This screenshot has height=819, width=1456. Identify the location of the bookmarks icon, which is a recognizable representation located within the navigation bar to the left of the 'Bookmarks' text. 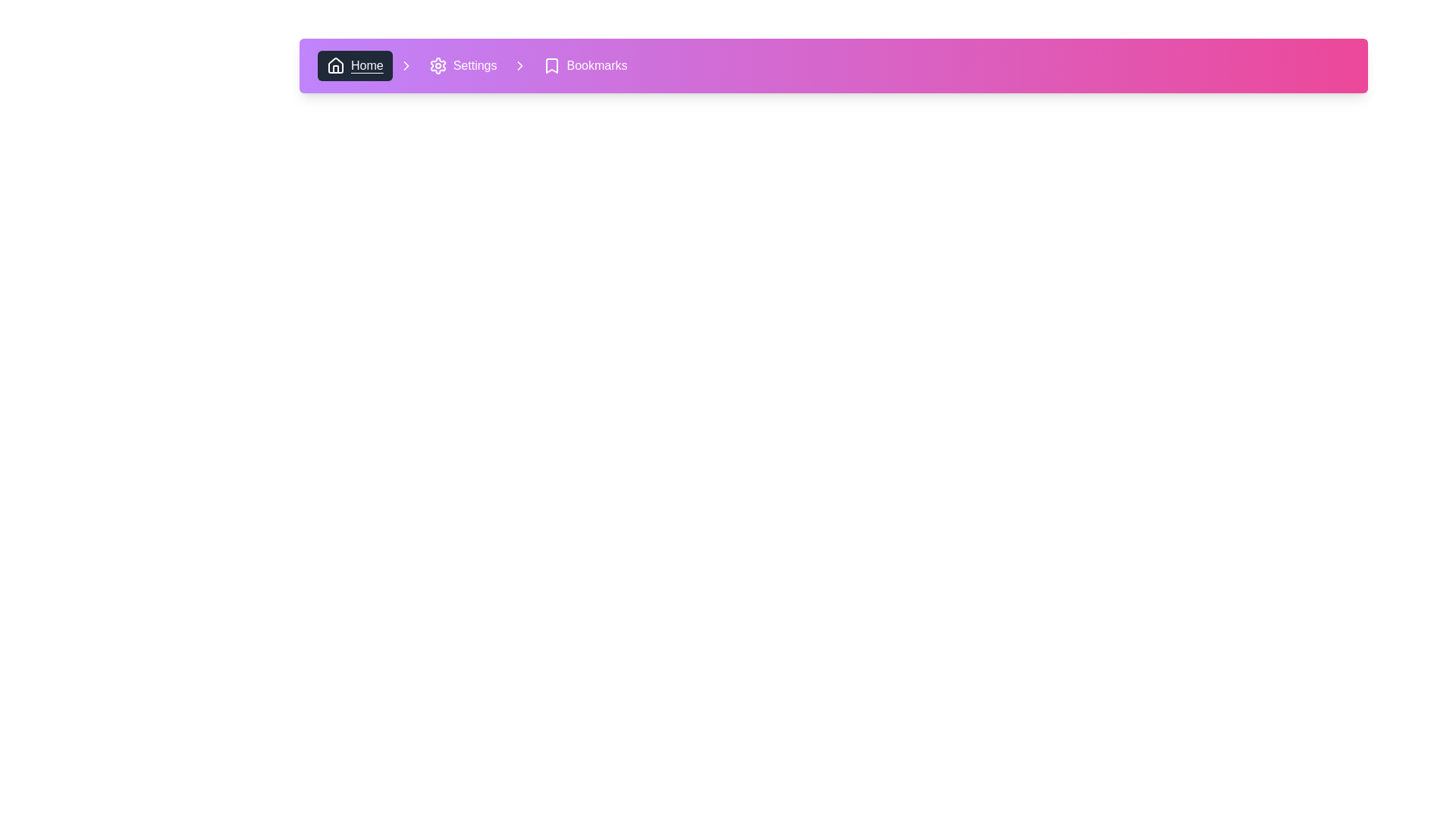
(551, 65).